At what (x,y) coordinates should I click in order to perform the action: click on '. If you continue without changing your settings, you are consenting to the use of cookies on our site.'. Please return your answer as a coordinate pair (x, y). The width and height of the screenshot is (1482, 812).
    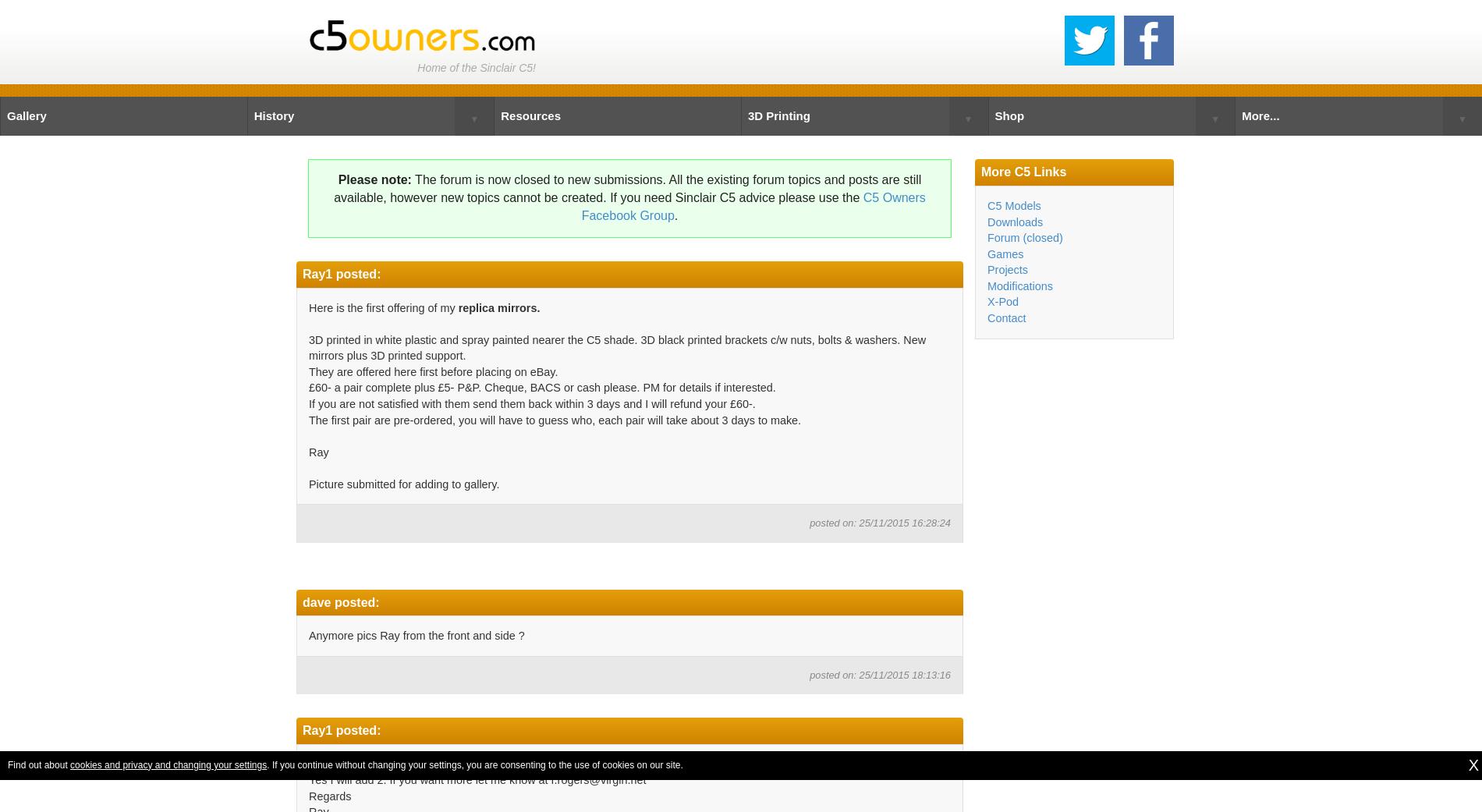
    Looking at the image, I should click on (474, 764).